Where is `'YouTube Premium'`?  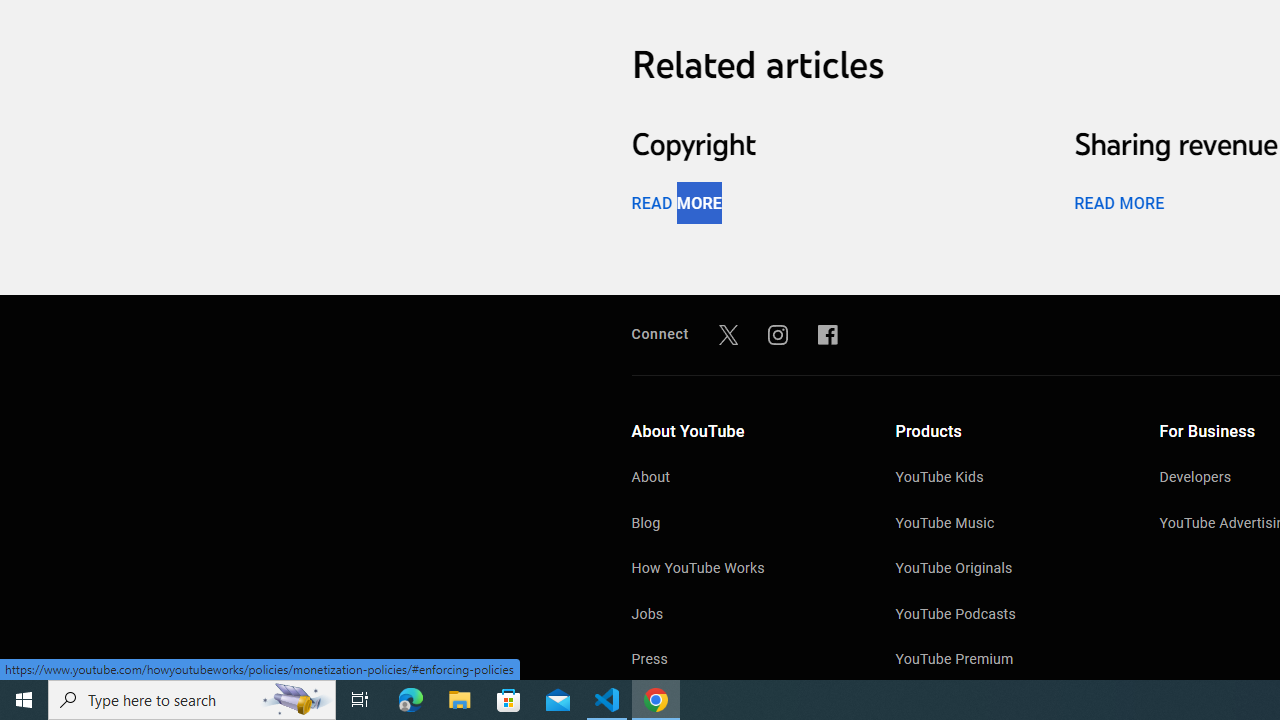
'YouTube Premium' is located at coordinates (1007, 661).